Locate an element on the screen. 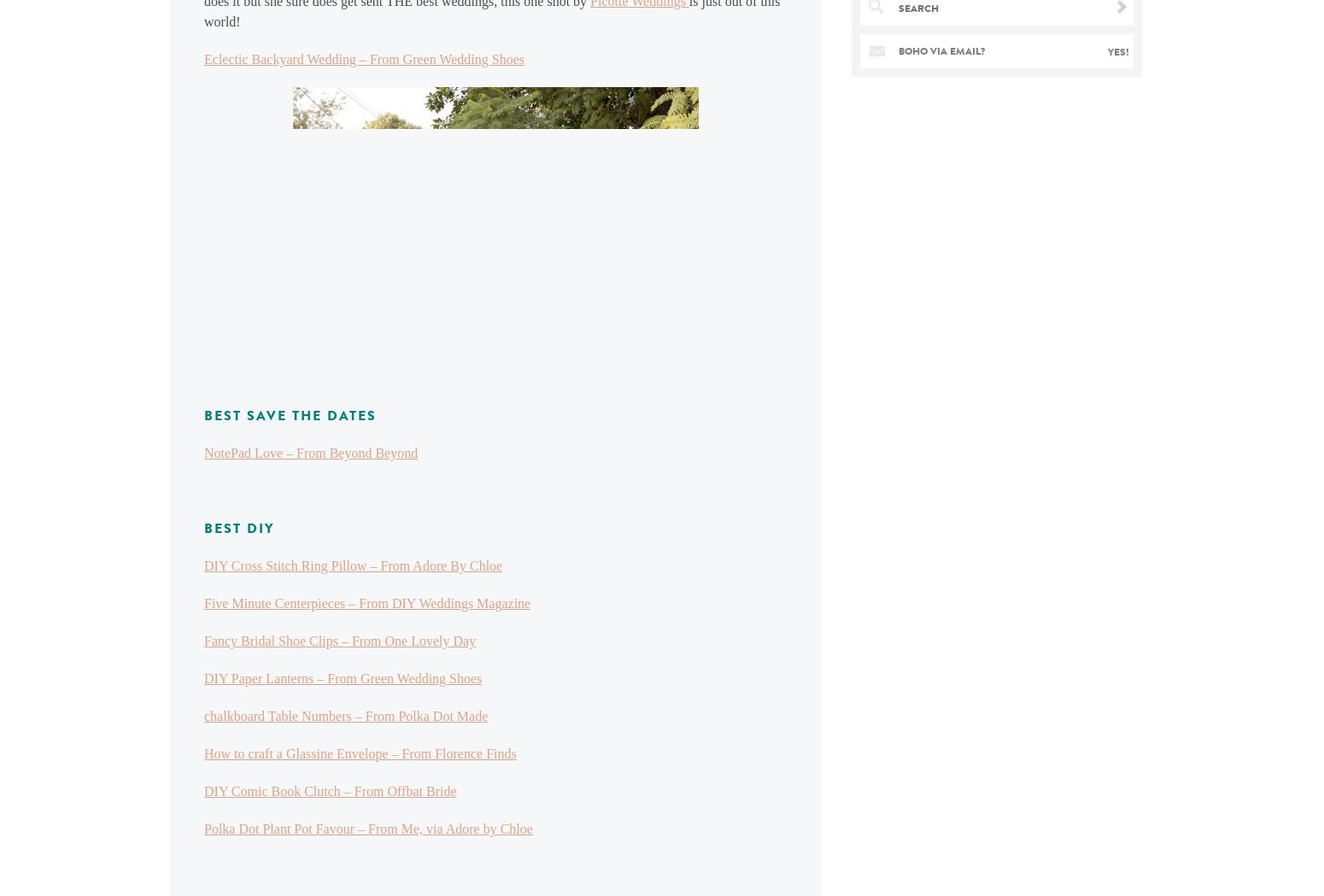 The height and width of the screenshot is (896, 1324). 'How to craft a Glassine Envelope – From Florence Finds' is located at coordinates (360, 753).